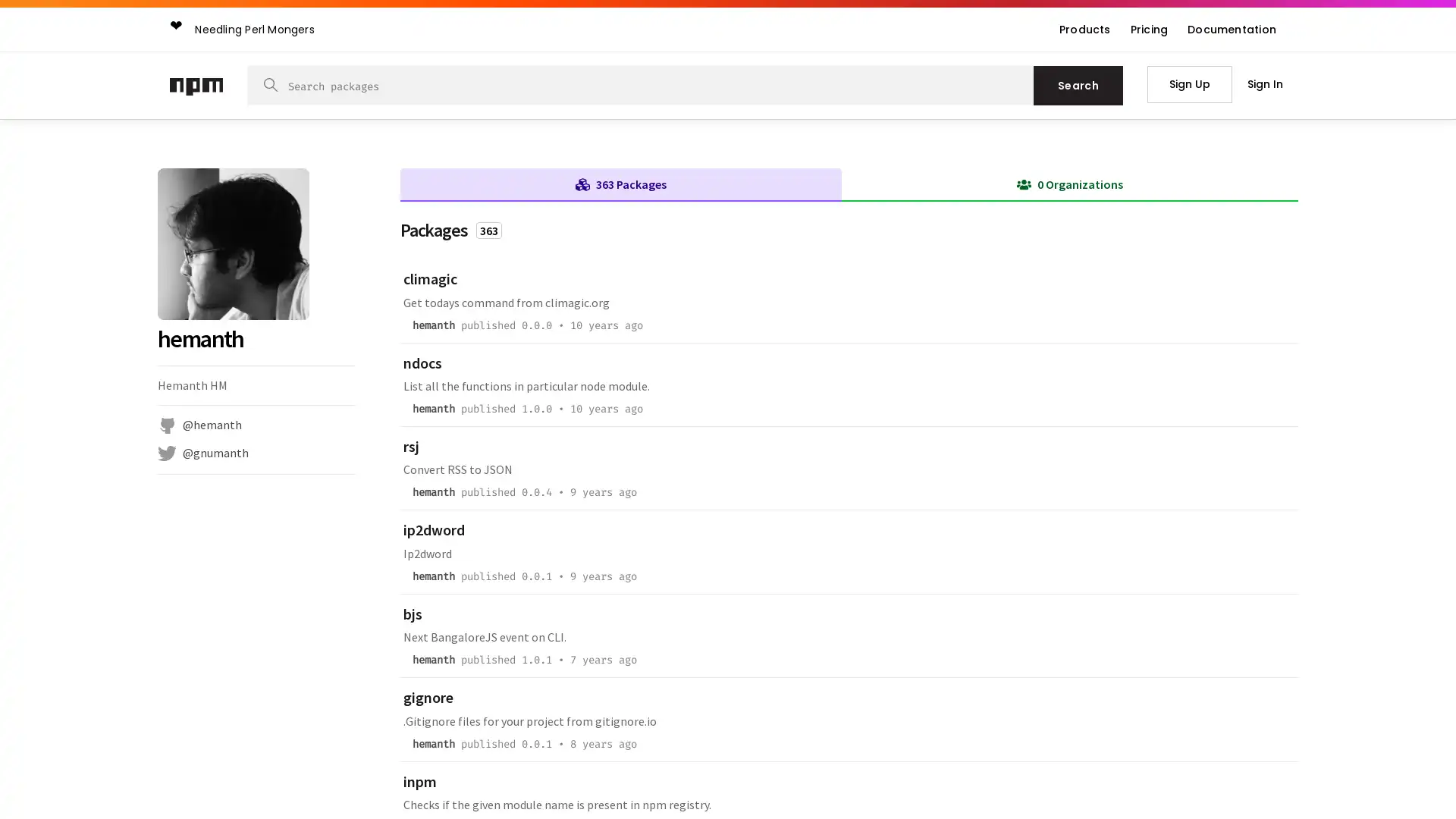 Image resolution: width=1456 pixels, height=819 pixels. Describe the element at coordinates (1077, 85) in the screenshot. I see `Search` at that location.